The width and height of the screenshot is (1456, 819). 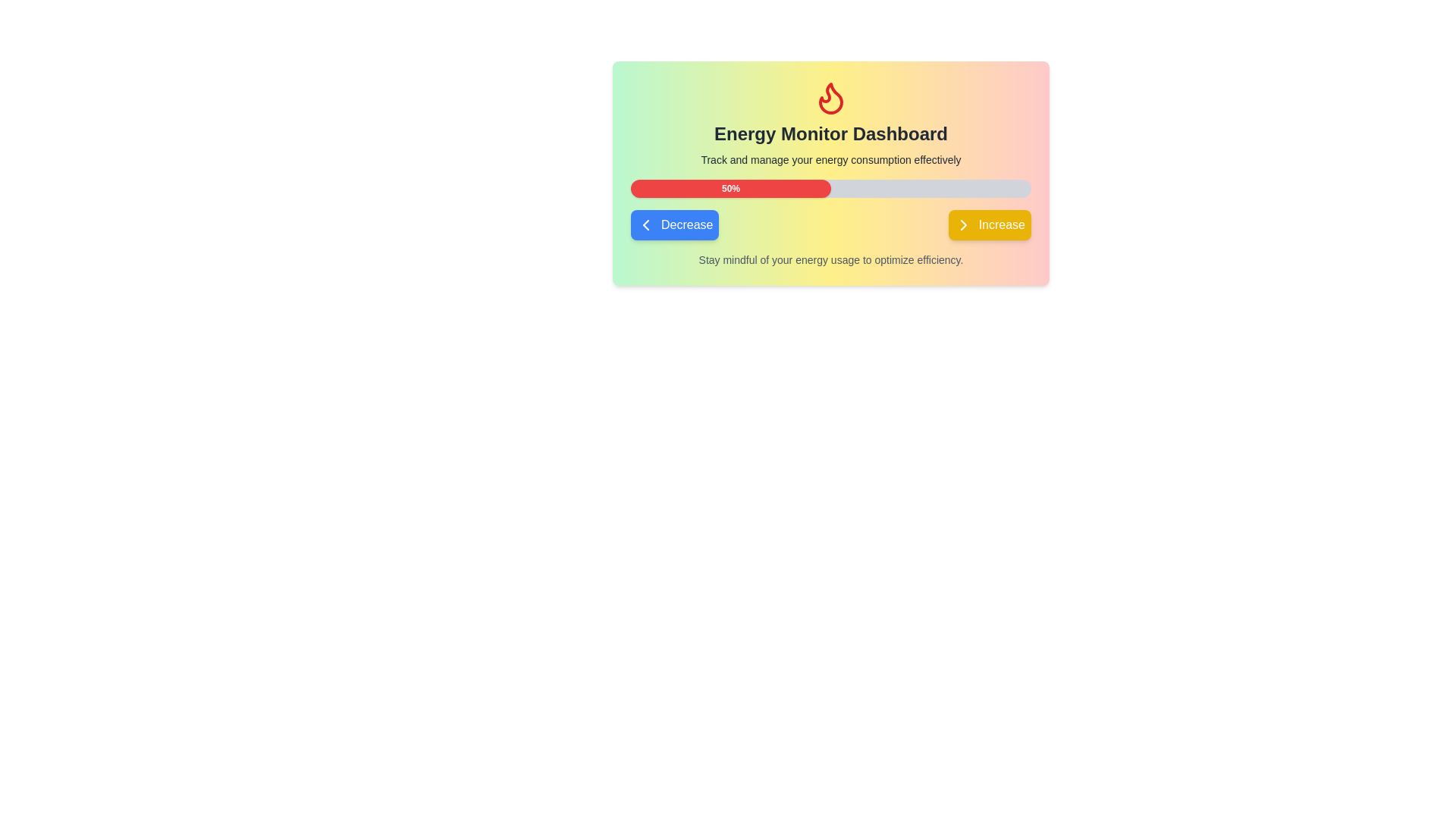 What do you see at coordinates (830, 172) in the screenshot?
I see `the progress bar in the Energy Monitor Dashboard card, which features a red section indicating 50% completion` at bounding box center [830, 172].